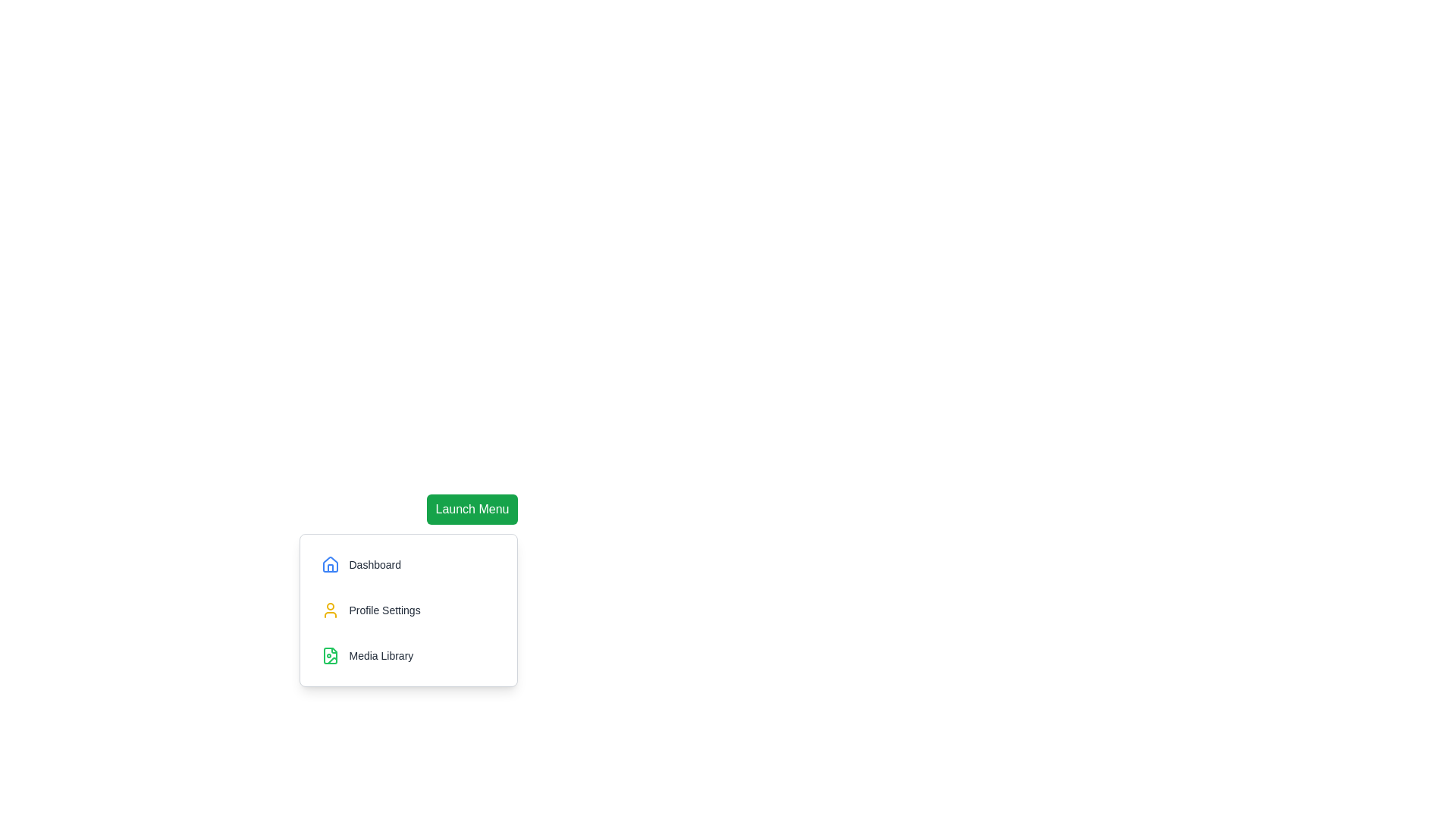 The image size is (1456, 819). I want to click on the second item in the vertical navigation list, so click(409, 610).